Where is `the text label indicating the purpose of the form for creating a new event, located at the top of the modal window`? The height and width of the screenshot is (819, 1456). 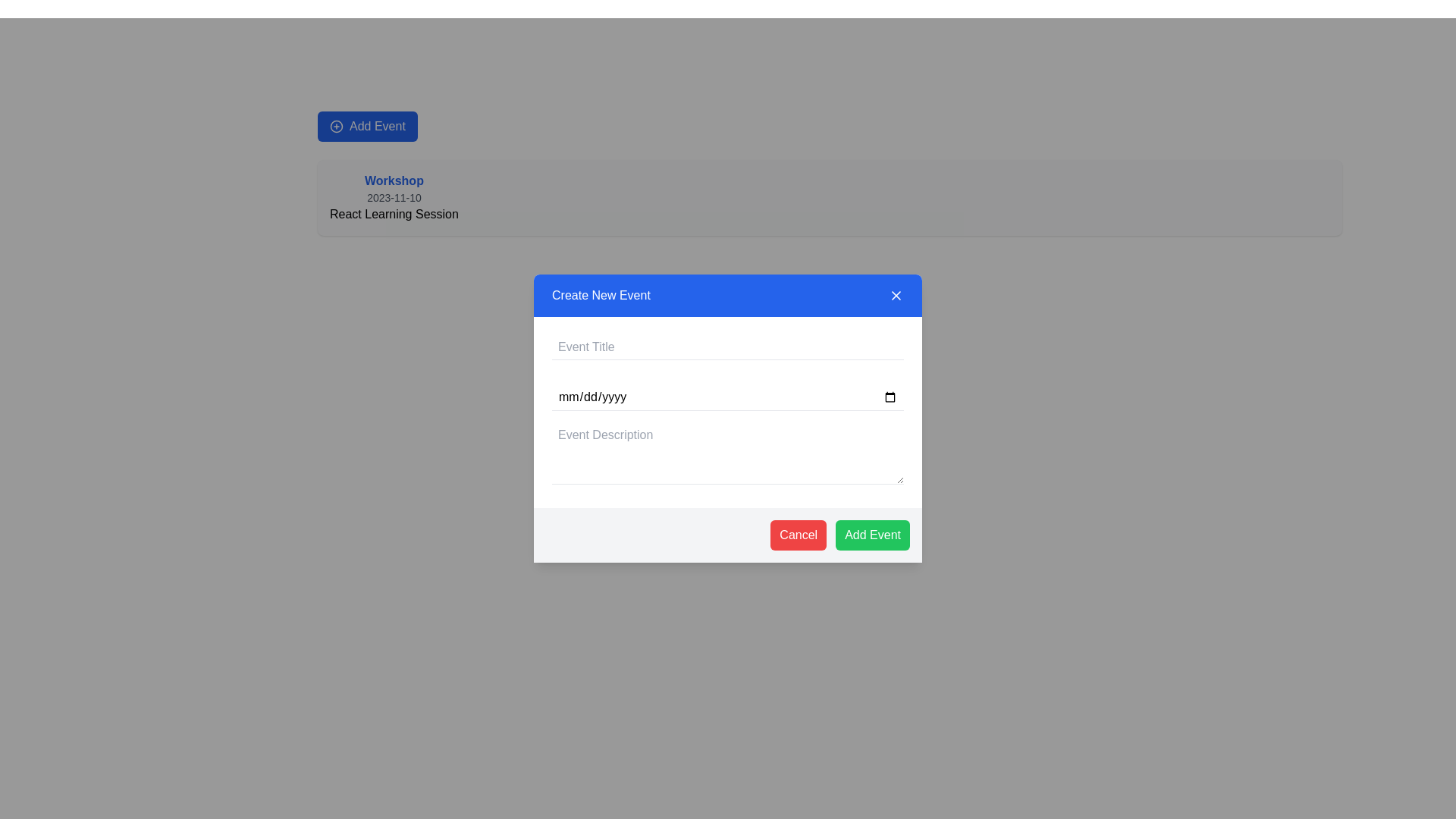 the text label indicating the purpose of the form for creating a new event, located at the top of the modal window is located at coordinates (600, 295).